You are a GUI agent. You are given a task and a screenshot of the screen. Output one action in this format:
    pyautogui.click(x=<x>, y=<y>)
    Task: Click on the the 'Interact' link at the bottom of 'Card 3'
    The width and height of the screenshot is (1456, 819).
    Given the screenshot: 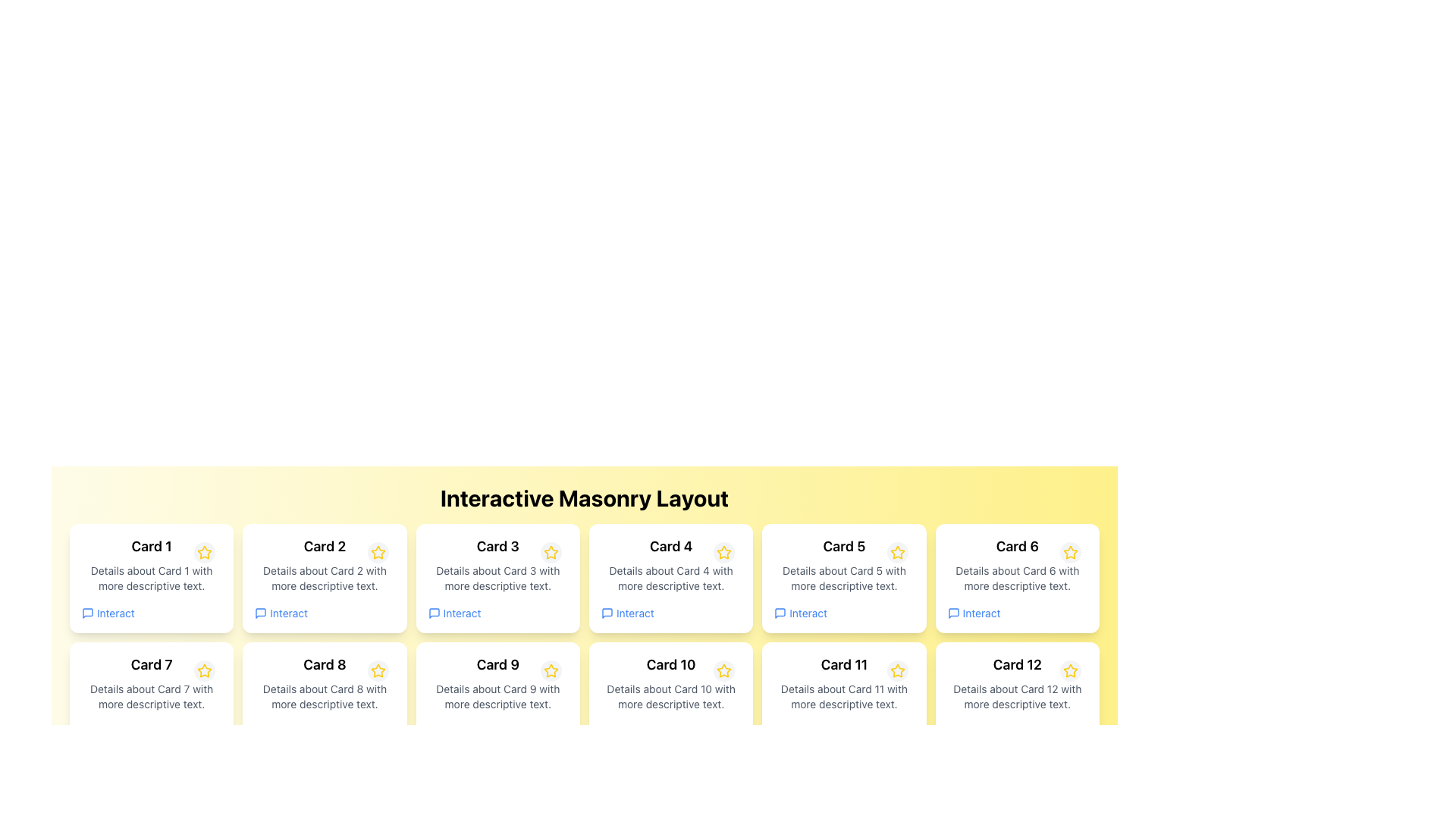 What is the action you would take?
    pyautogui.click(x=453, y=613)
    